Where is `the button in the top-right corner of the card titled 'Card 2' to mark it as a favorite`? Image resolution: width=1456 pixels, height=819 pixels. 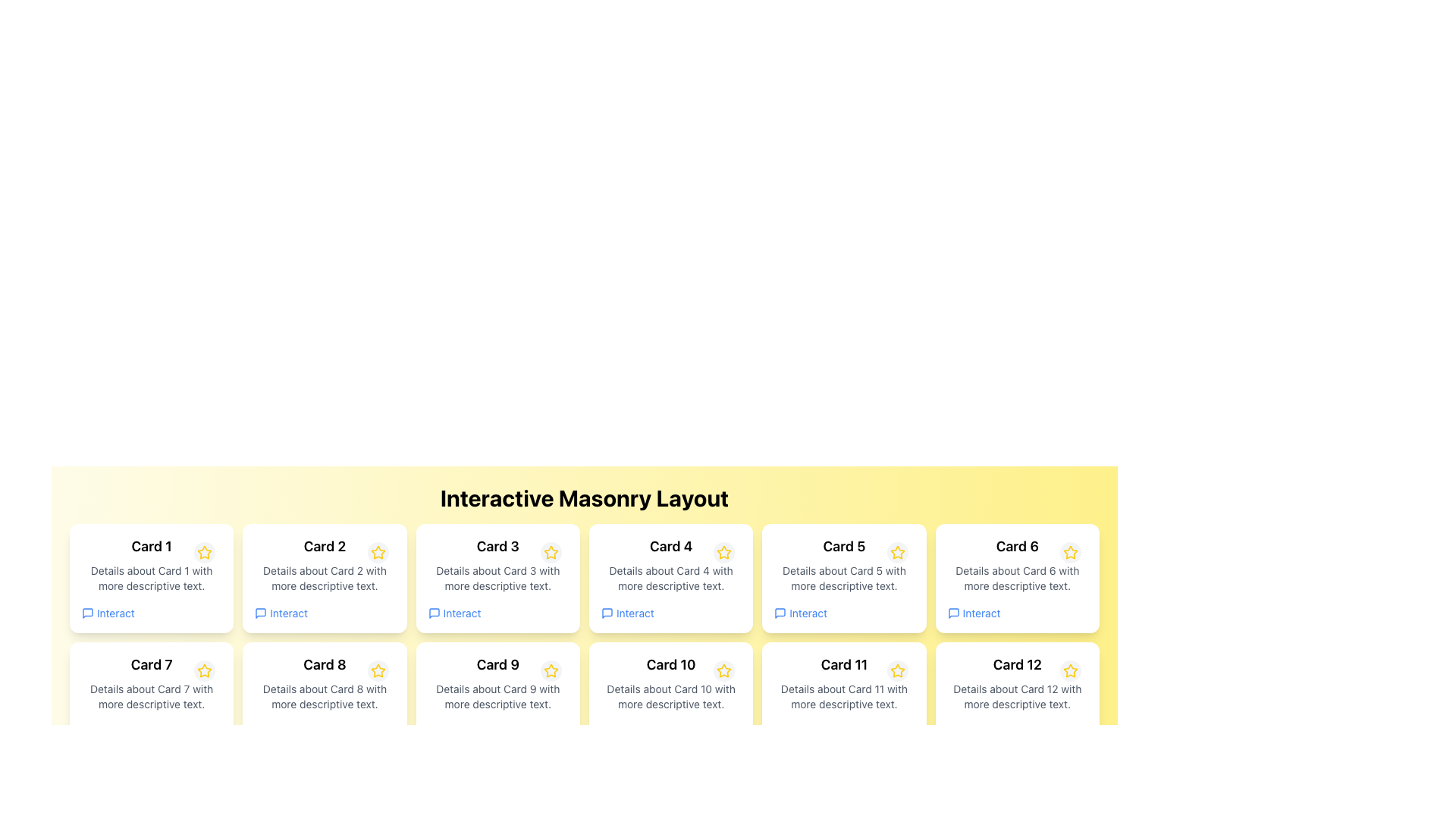 the button in the top-right corner of the card titled 'Card 2' to mark it as a favorite is located at coordinates (378, 553).